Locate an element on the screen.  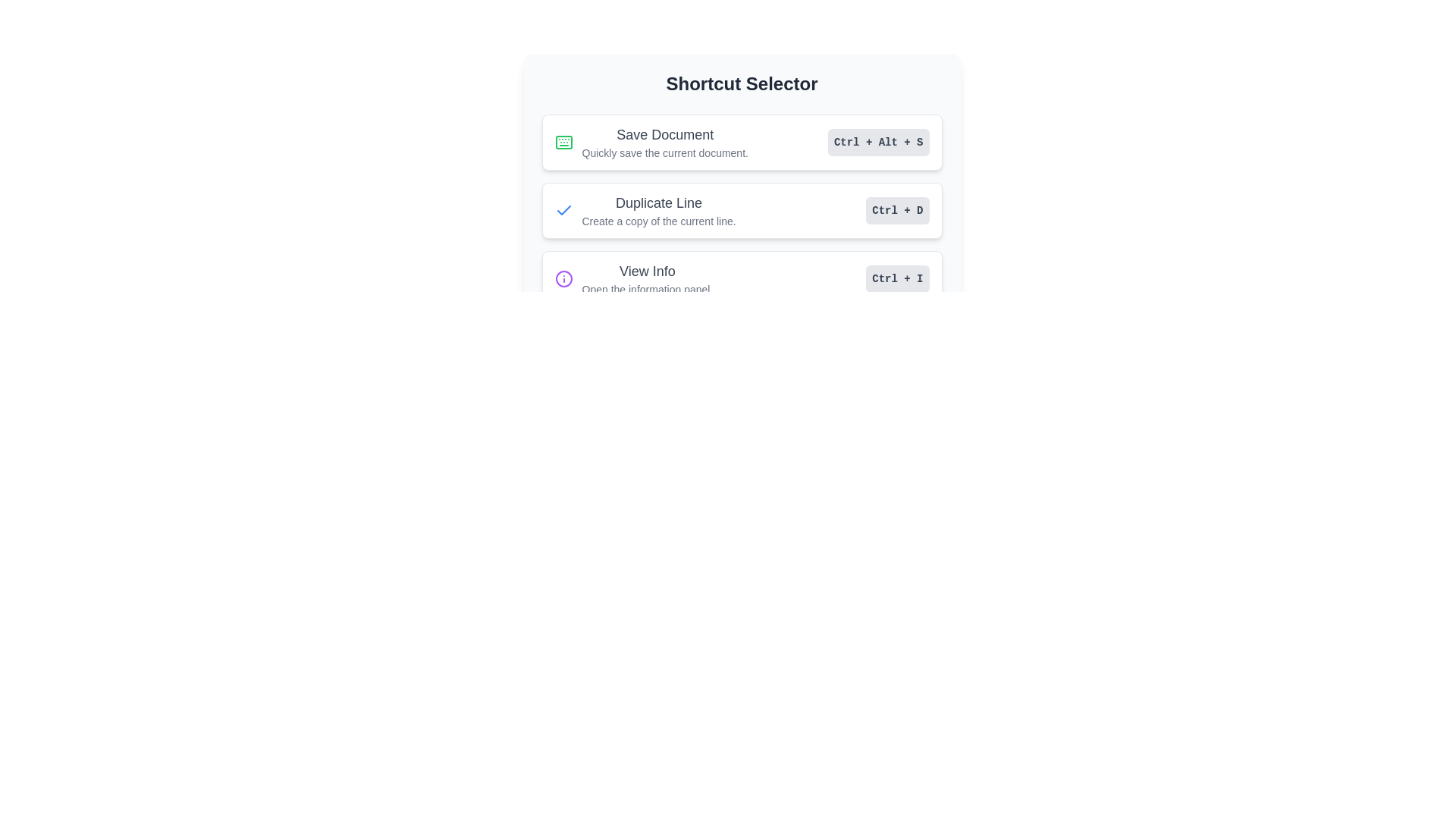
text content of the label indicating the action of duplicating the currently selected line, located in the middle panel below 'Save Document' and above 'View Info' is located at coordinates (658, 210).